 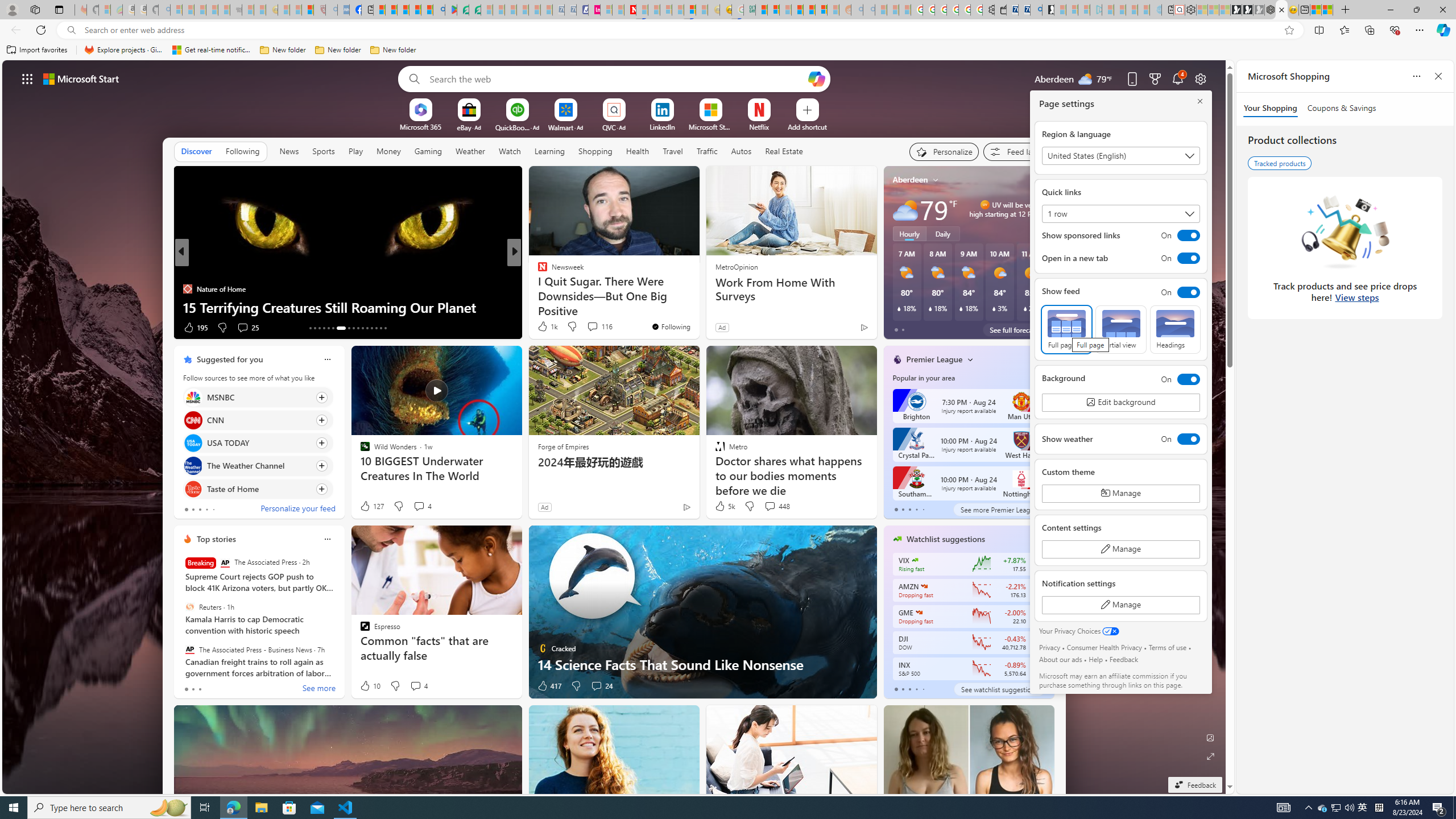 I want to click on 'Learning', so click(x=549, y=150).